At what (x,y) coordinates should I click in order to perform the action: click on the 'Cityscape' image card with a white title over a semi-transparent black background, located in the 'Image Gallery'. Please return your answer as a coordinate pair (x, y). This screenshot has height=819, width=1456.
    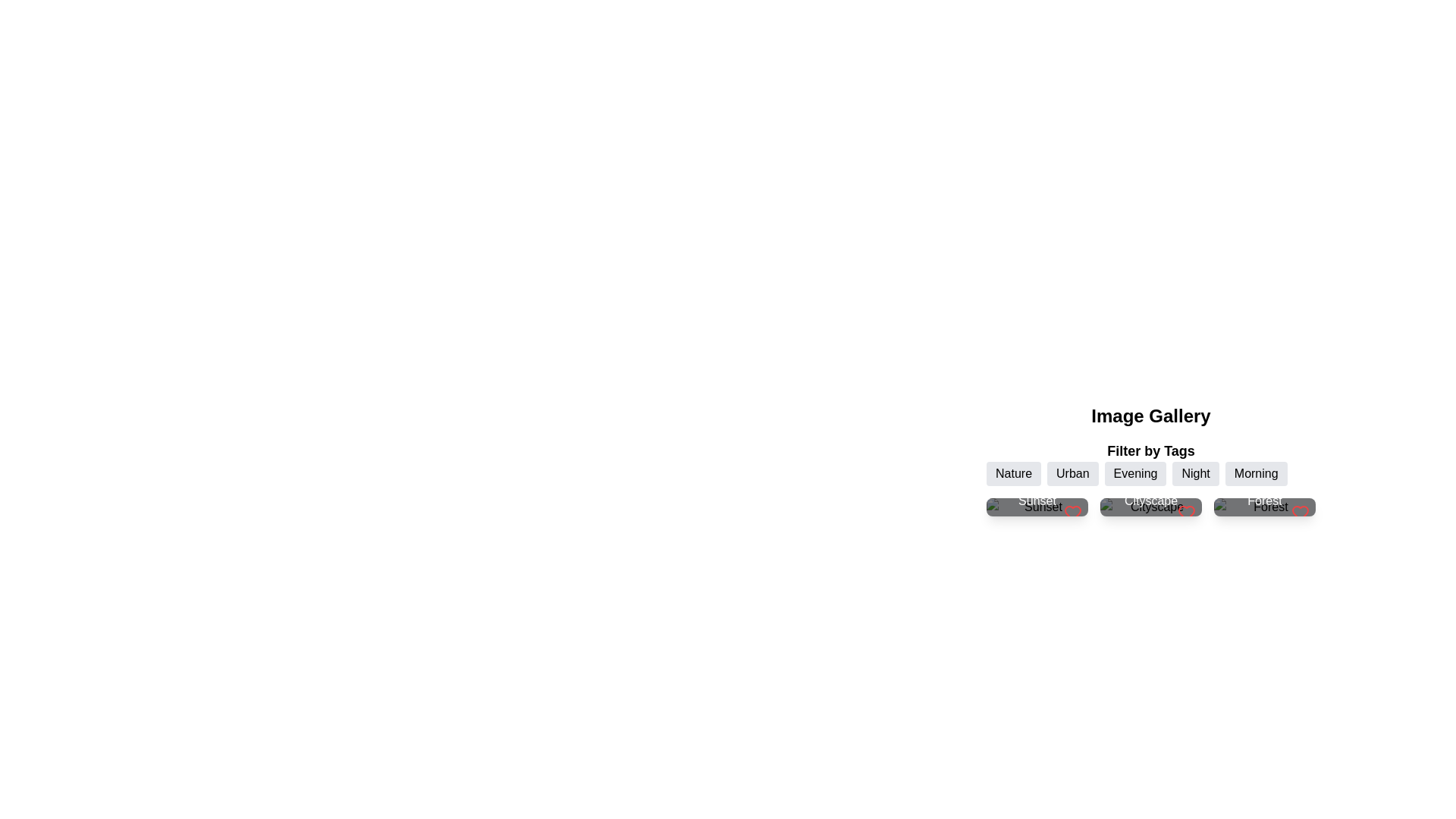
    Looking at the image, I should click on (1150, 507).